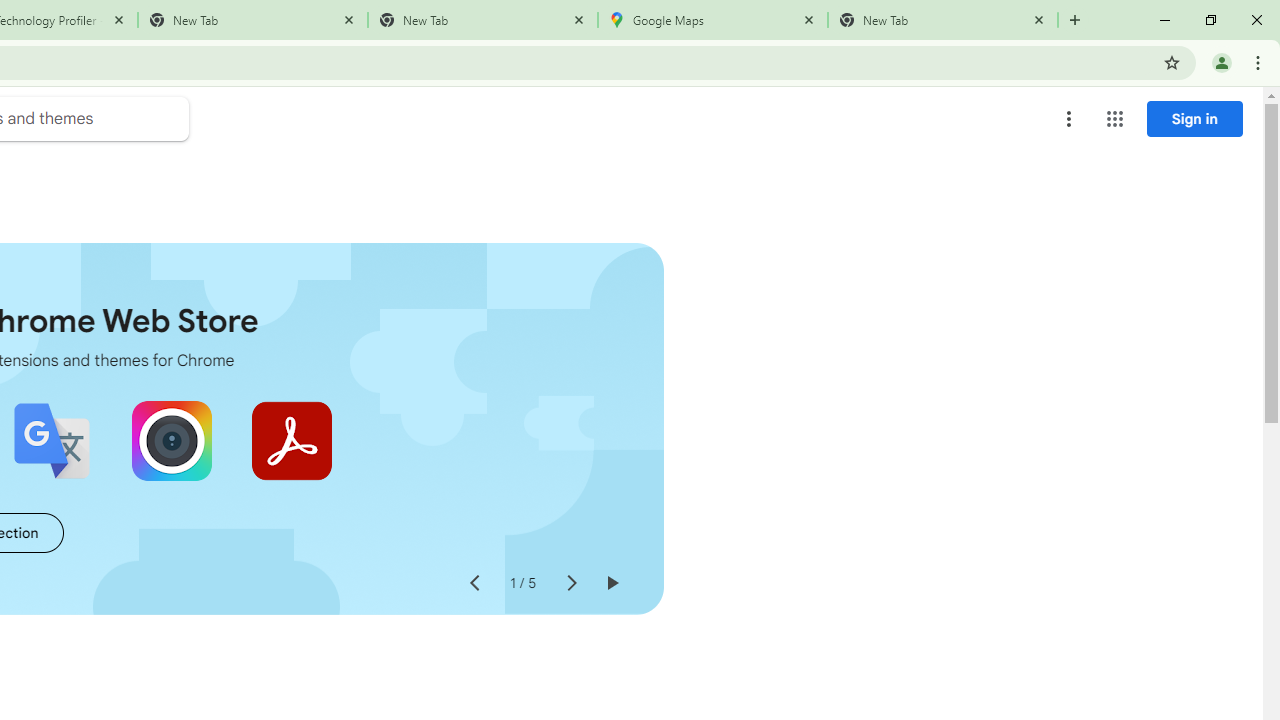 This screenshot has width=1280, height=720. I want to click on 'Google Maps', so click(712, 20).